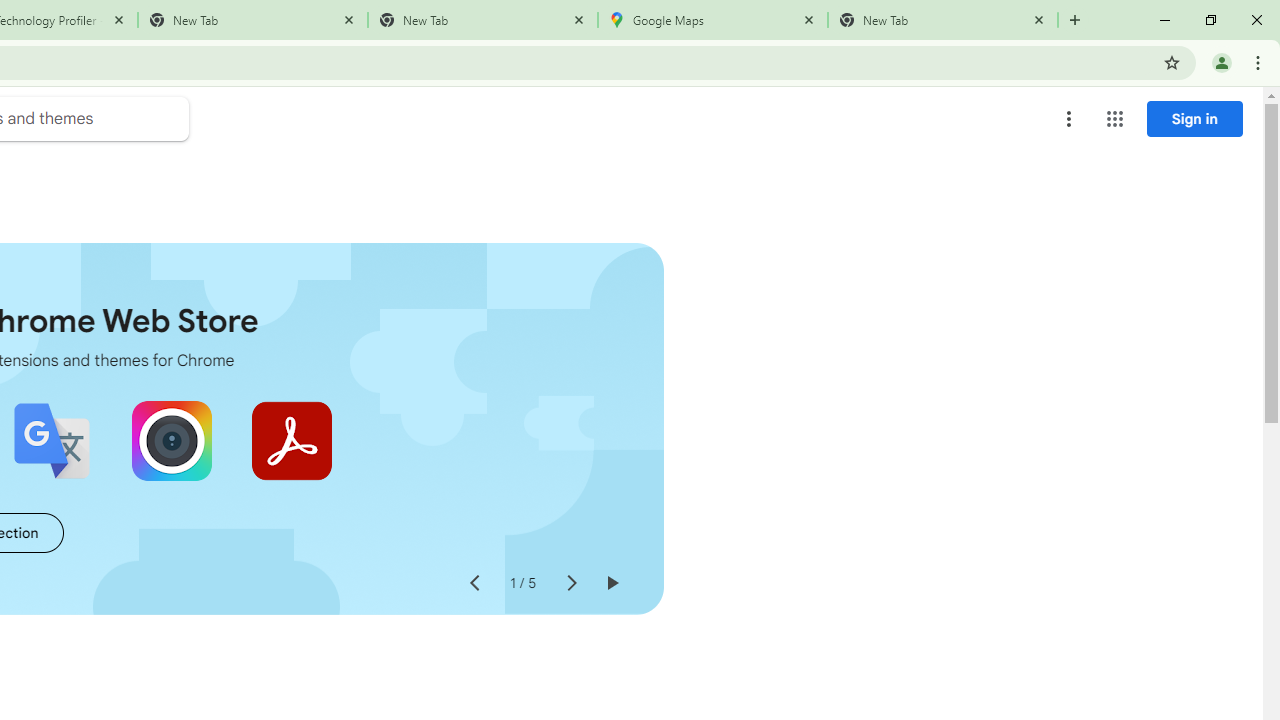 This screenshot has width=1280, height=720. I want to click on 'Google Maps', so click(712, 20).